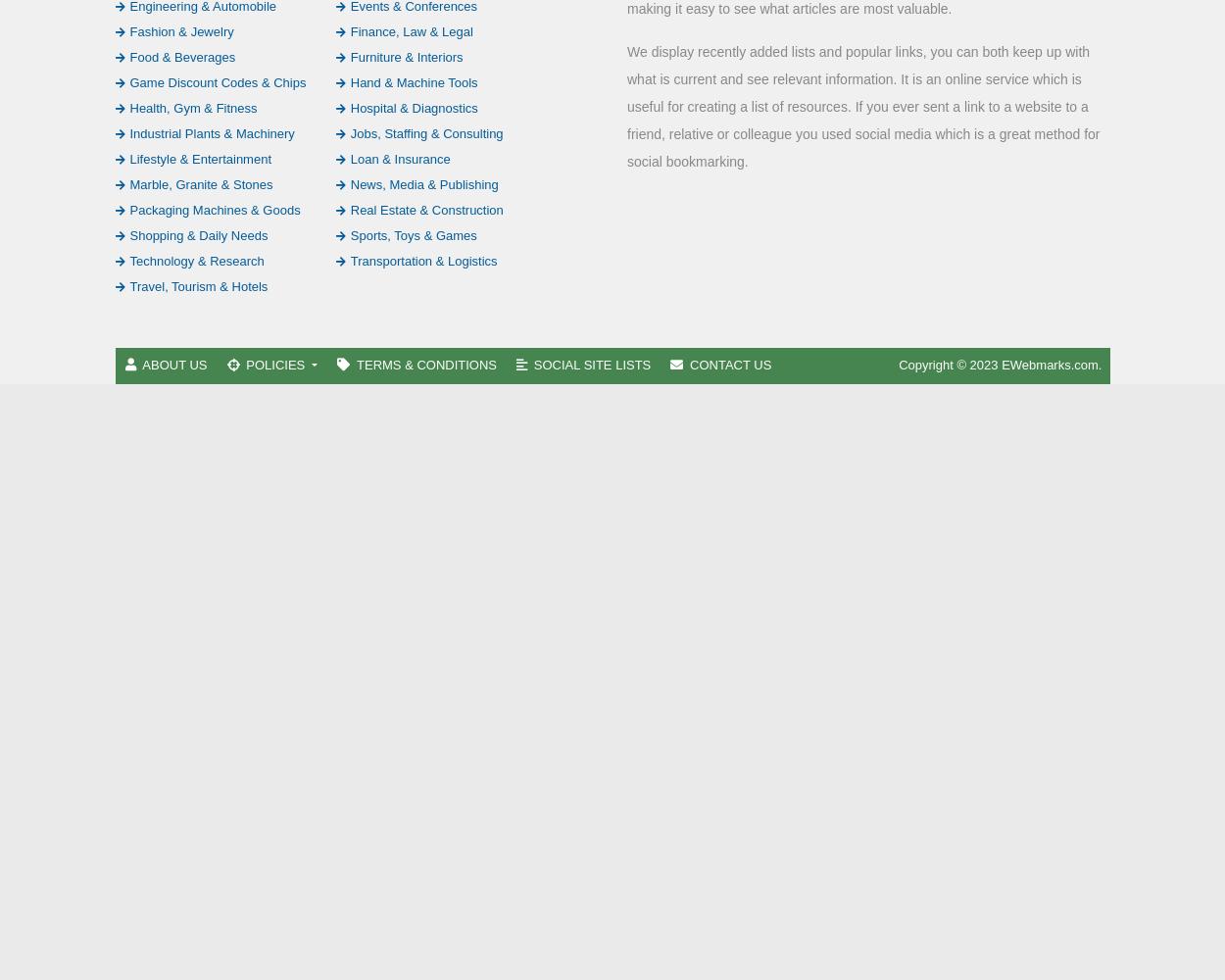  I want to click on 'Furniture & Interiors', so click(406, 56).